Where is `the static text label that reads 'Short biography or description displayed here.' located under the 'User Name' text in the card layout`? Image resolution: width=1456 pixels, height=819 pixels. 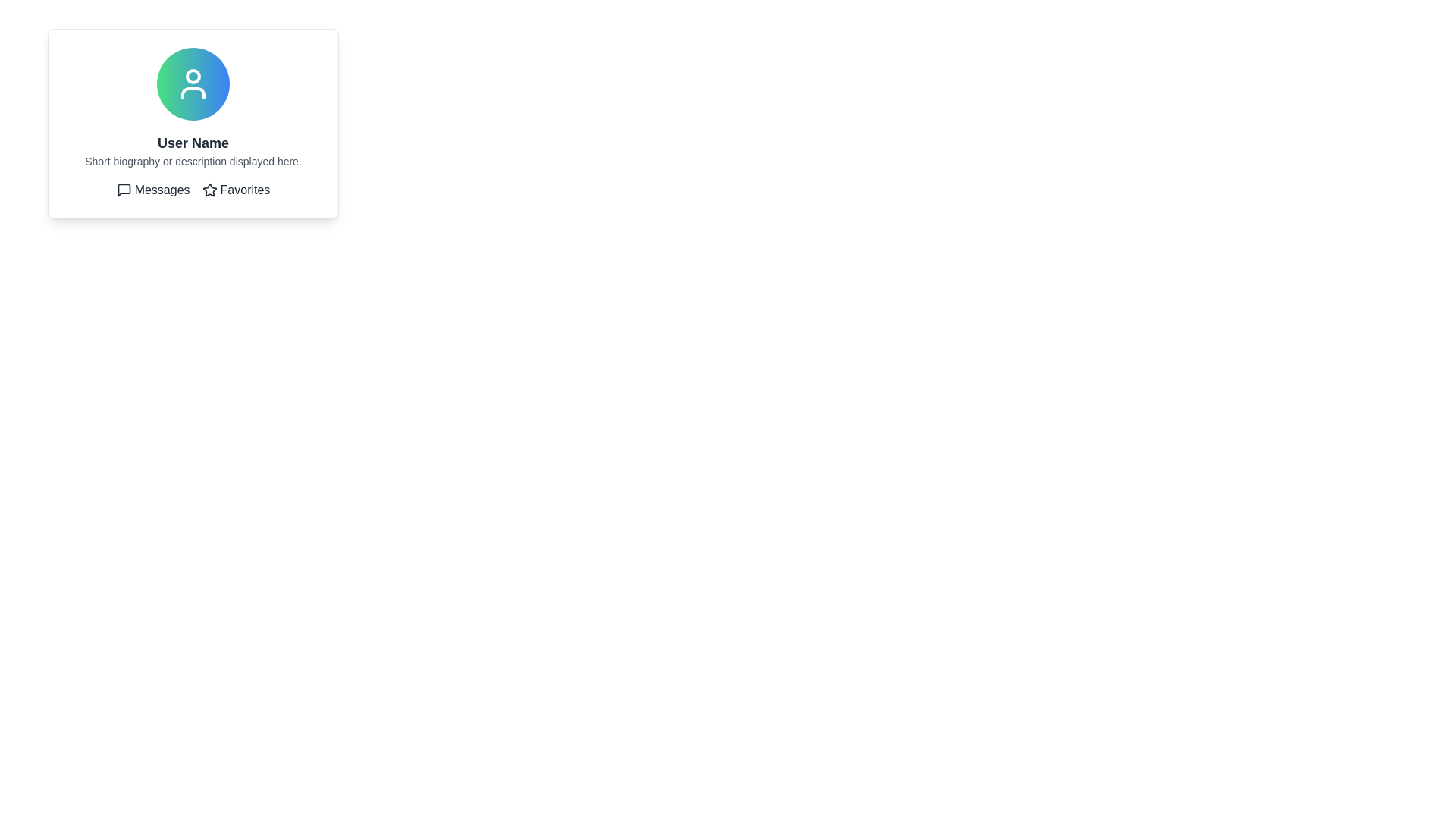 the static text label that reads 'Short biography or description displayed here.' located under the 'User Name' text in the card layout is located at coordinates (192, 161).